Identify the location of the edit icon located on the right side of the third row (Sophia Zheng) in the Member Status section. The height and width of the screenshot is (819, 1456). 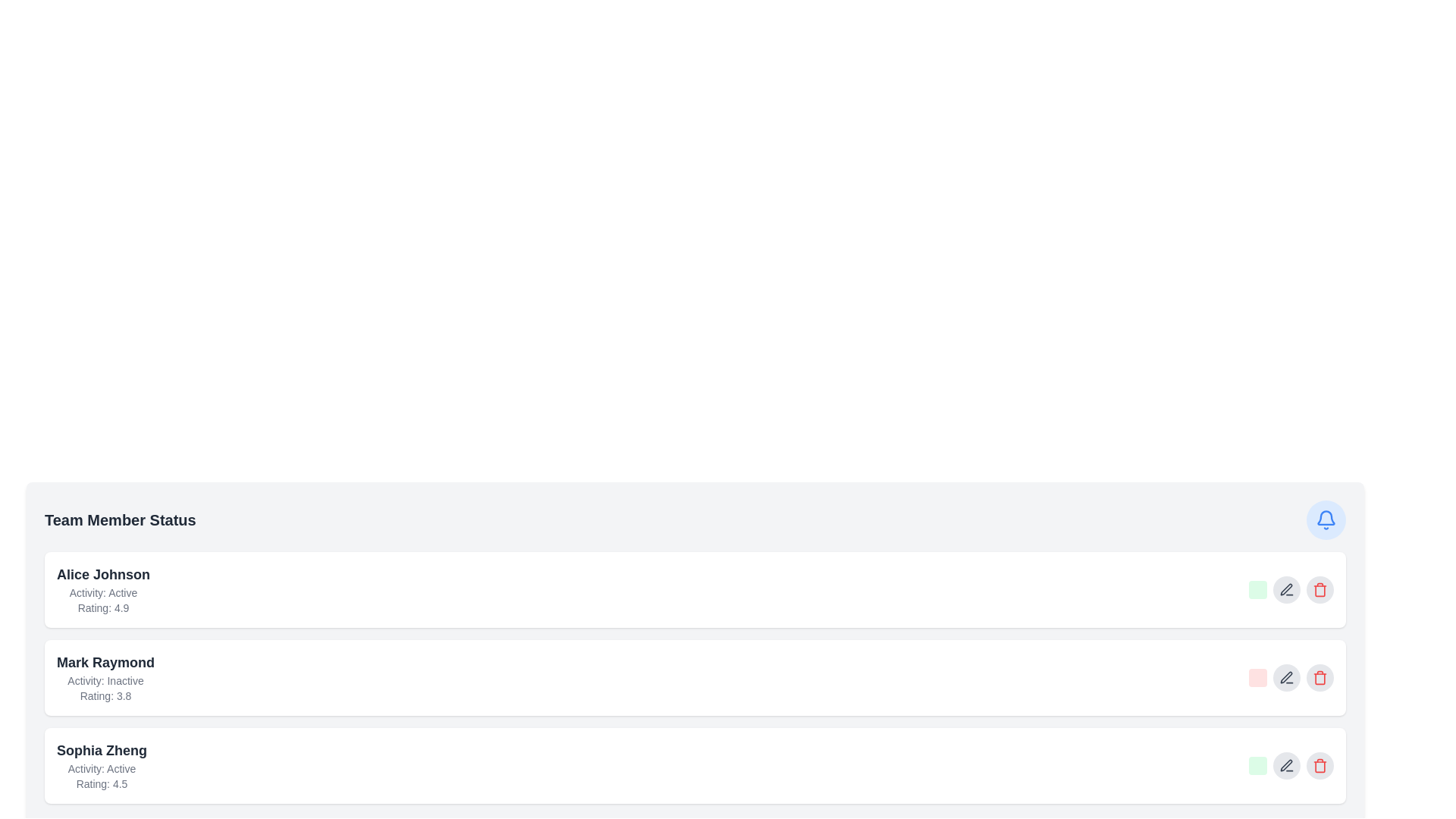
(1285, 765).